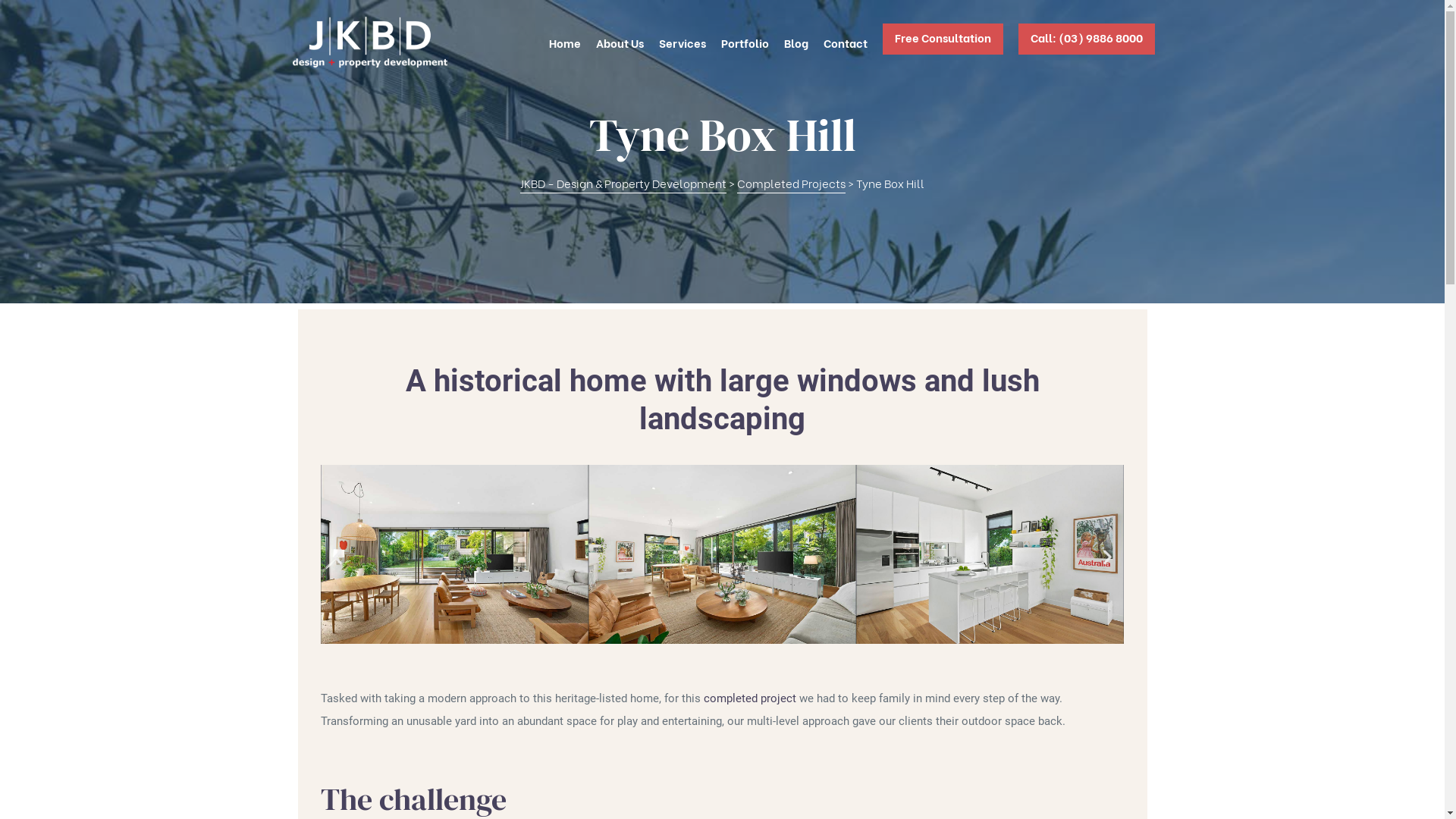 The width and height of the screenshot is (1456, 819). What do you see at coordinates (790, 183) in the screenshot?
I see `'Completed Projects'` at bounding box center [790, 183].